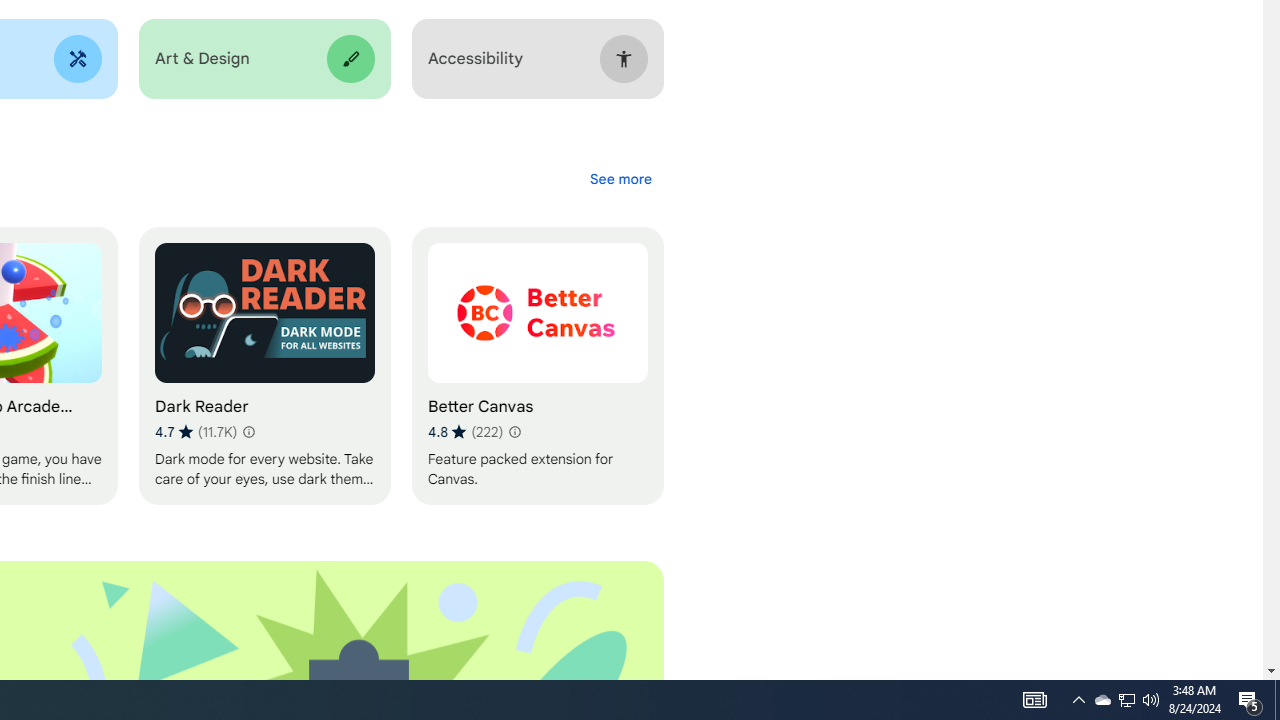 This screenshot has height=720, width=1280. What do you see at coordinates (263, 366) in the screenshot?
I see `'Dark Reader'` at bounding box center [263, 366].